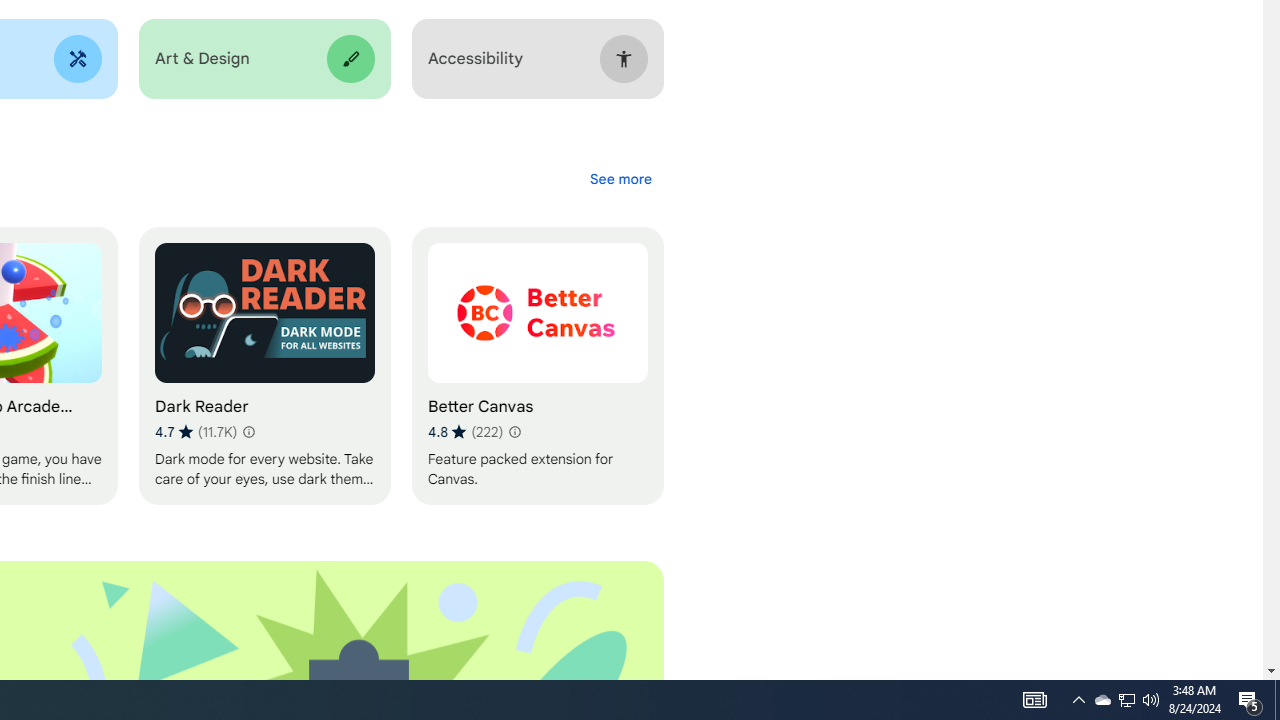 This screenshot has height=720, width=1280. What do you see at coordinates (263, 366) in the screenshot?
I see `'Dark Reader'` at bounding box center [263, 366].